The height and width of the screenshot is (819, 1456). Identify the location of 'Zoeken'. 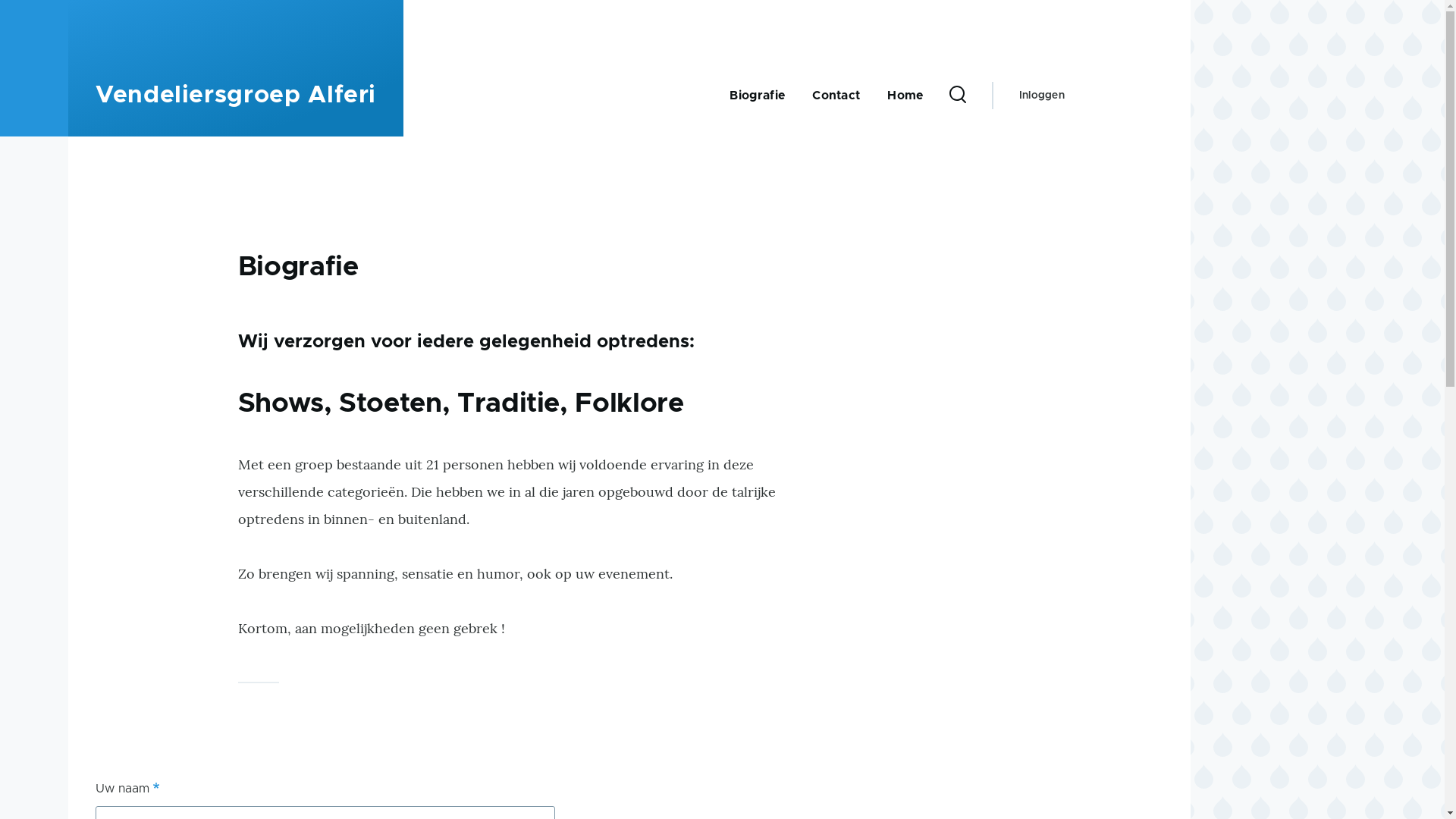
(952, 190).